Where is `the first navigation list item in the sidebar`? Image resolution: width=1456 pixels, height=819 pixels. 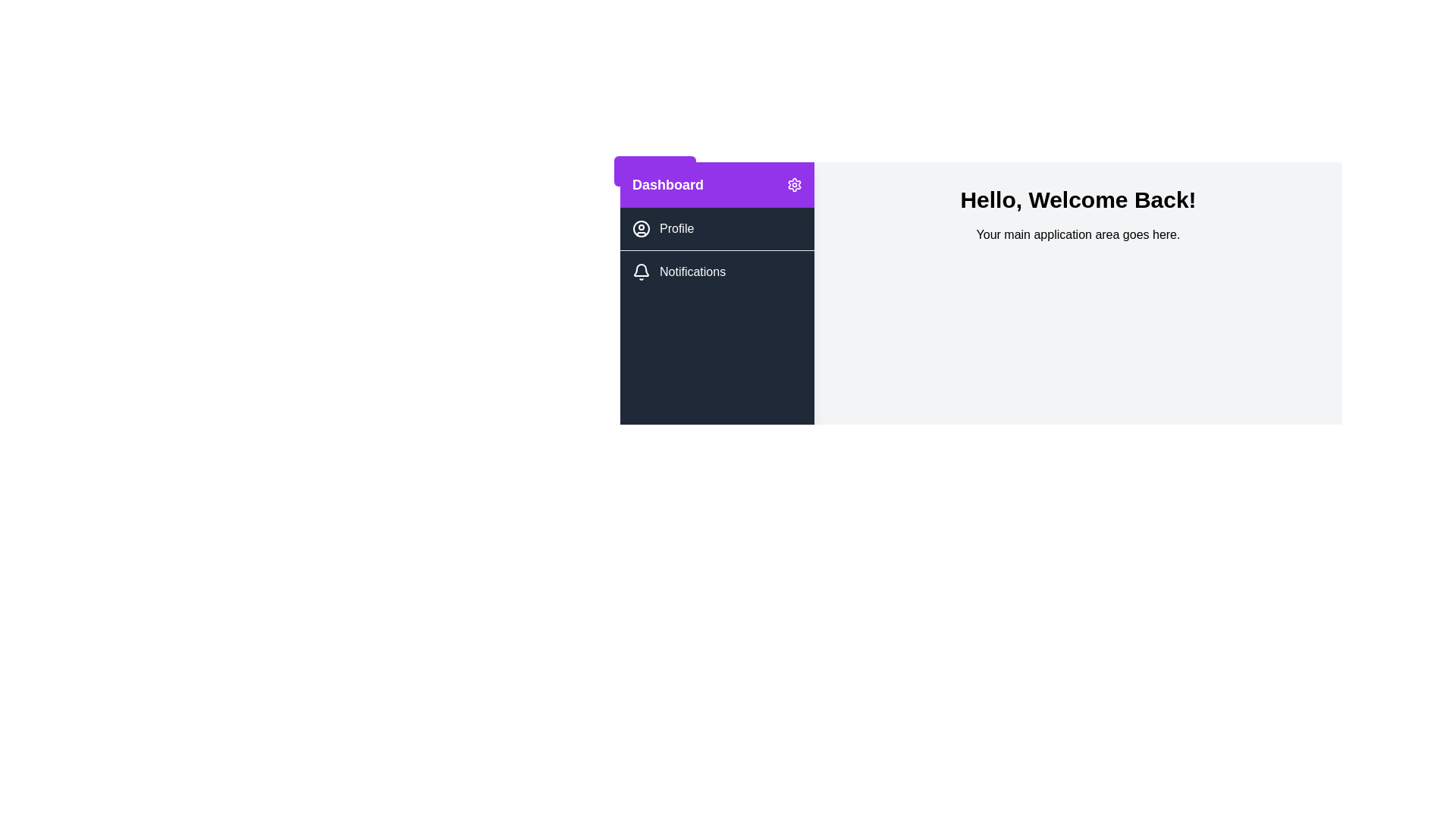
the first navigation list item in the sidebar is located at coordinates (716, 228).